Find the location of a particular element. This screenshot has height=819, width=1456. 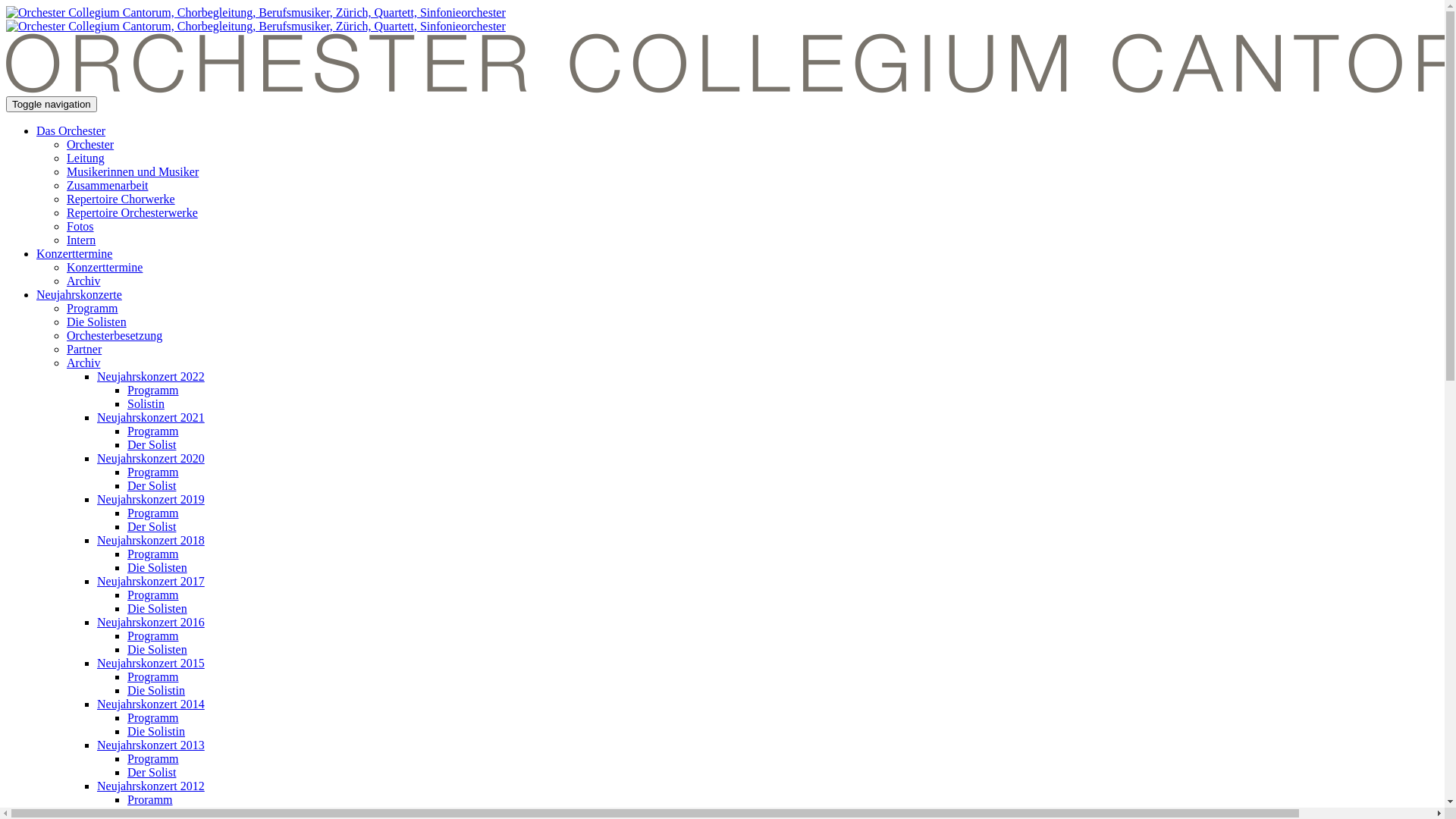

'Solistin' is located at coordinates (127, 403).